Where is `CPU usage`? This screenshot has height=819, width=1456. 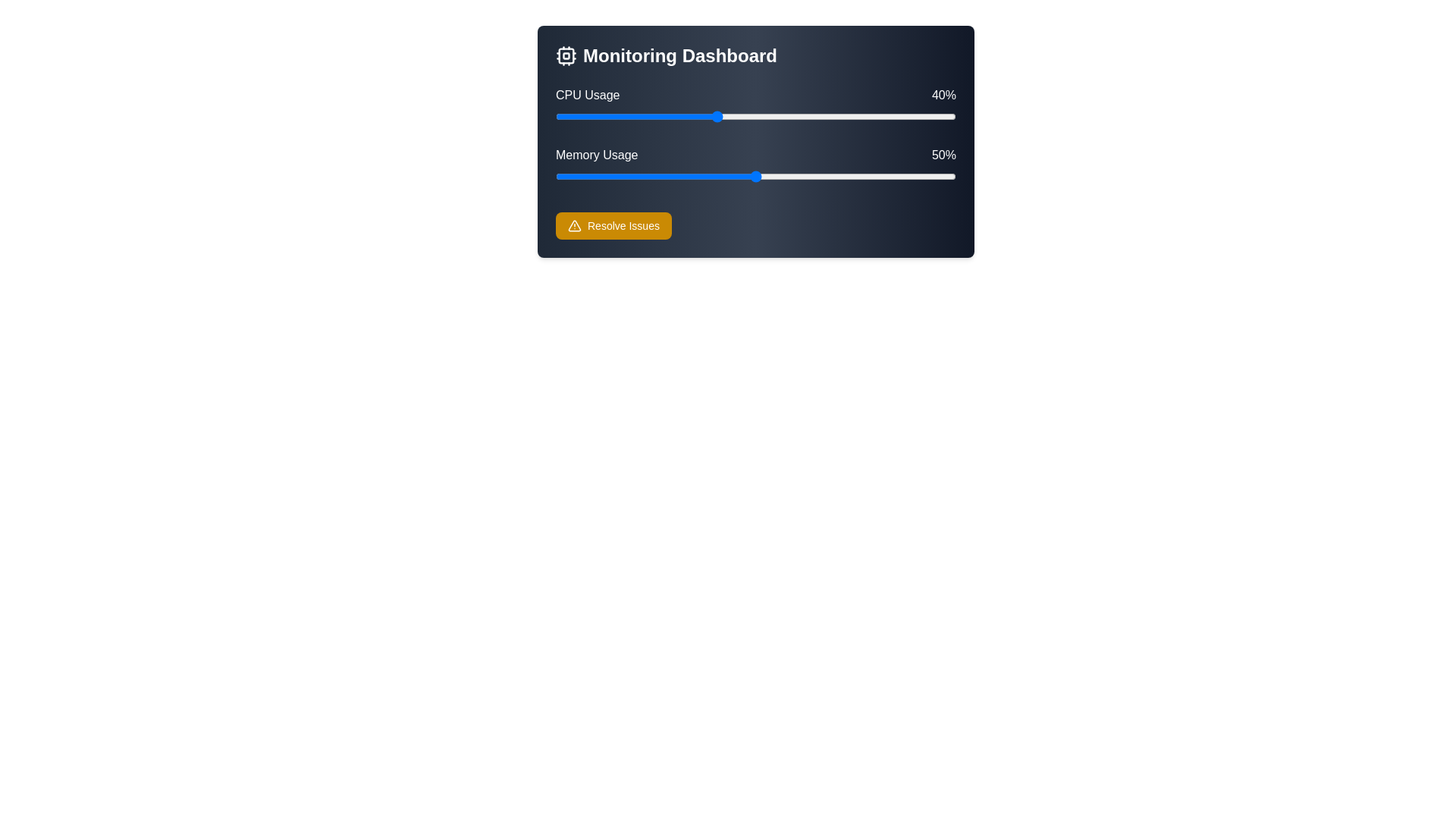
CPU usage is located at coordinates (616, 116).